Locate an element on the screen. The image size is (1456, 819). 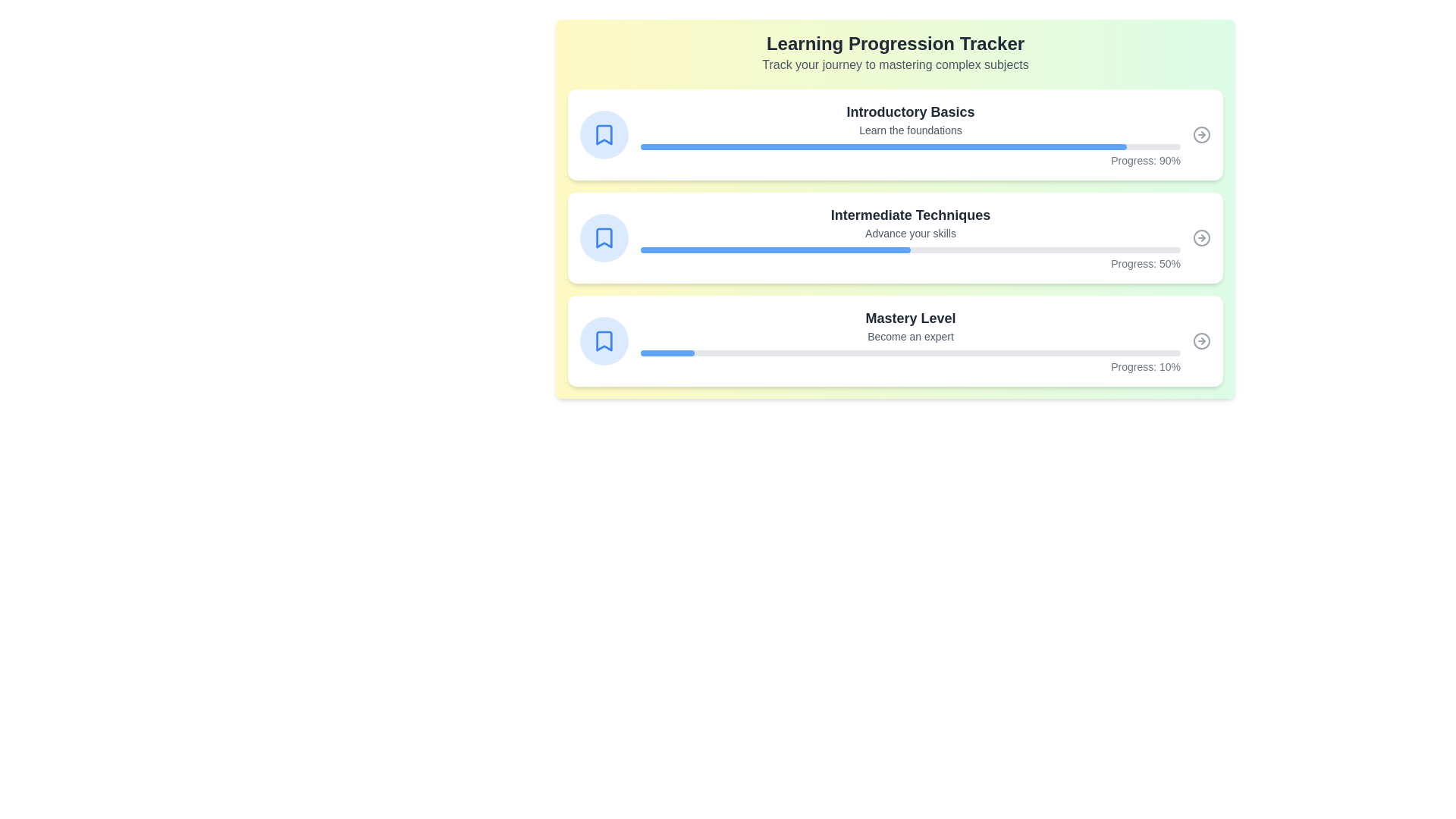
text label that says 'Learn the foundations', which is styled with a smaller font size and light gray color, located below the 'Introductory Basics' title is located at coordinates (910, 130).